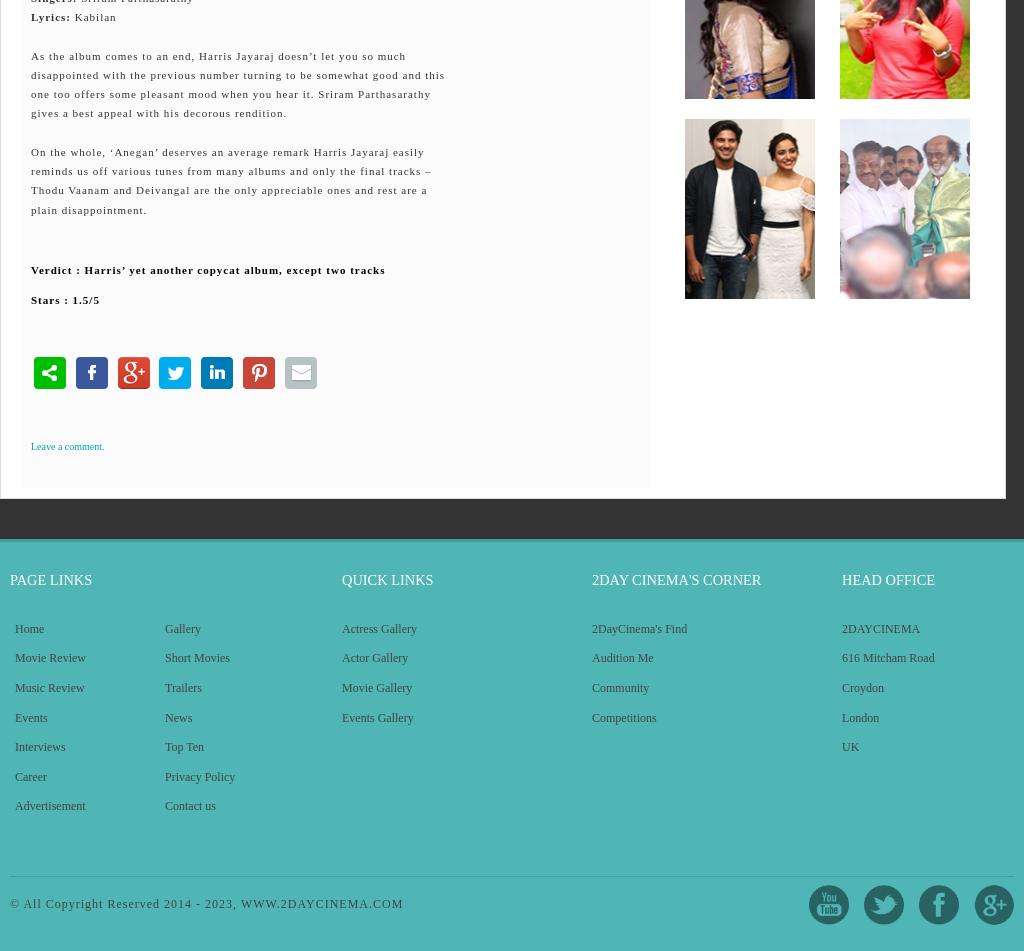  Describe the element at coordinates (158, 112) in the screenshot. I see `'gives a best appeal with his decorous rendition.'` at that location.